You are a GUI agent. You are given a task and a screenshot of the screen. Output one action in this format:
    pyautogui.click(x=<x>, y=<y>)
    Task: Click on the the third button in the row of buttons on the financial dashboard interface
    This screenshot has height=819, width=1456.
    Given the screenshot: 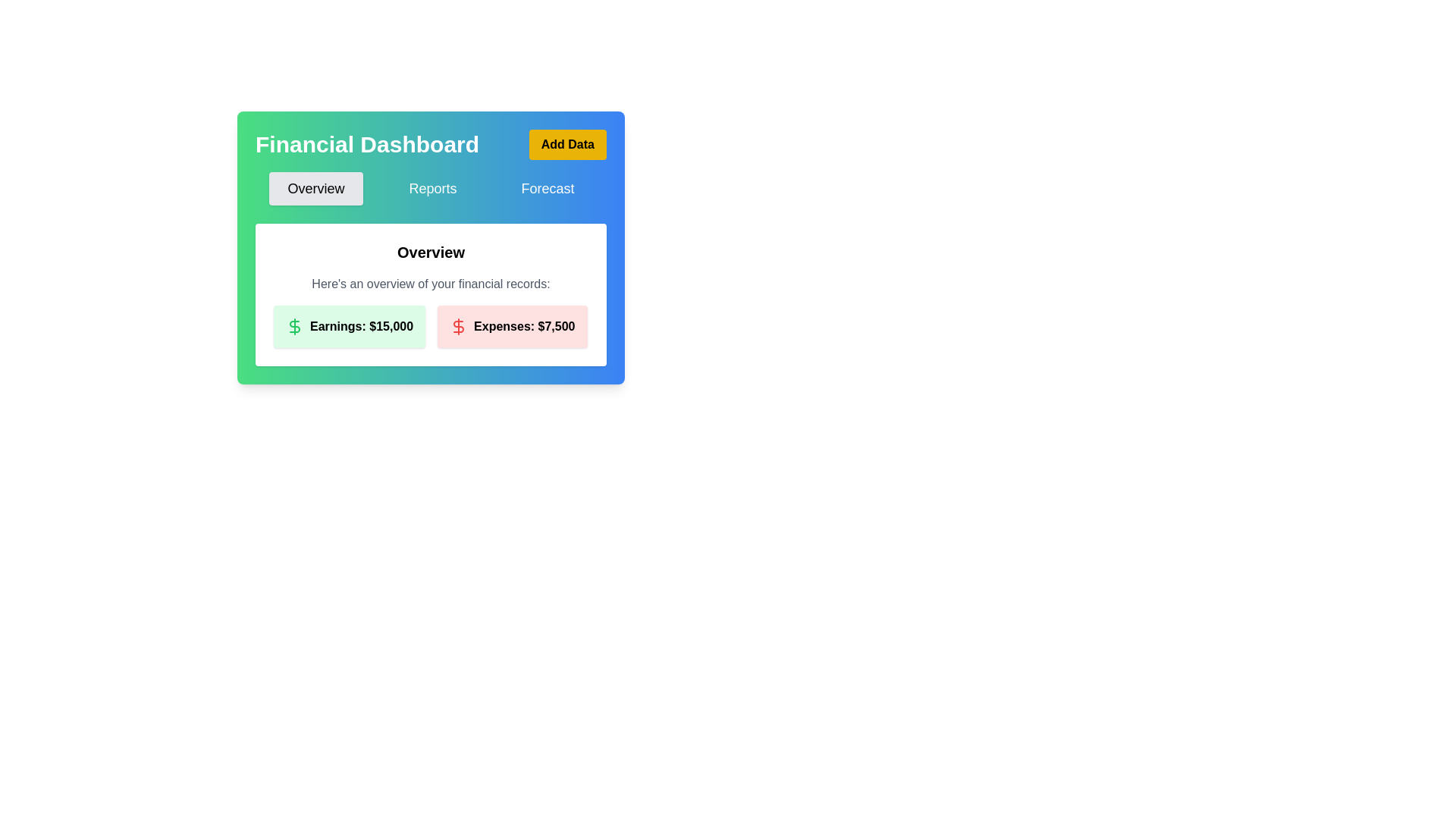 What is the action you would take?
    pyautogui.click(x=547, y=188)
    